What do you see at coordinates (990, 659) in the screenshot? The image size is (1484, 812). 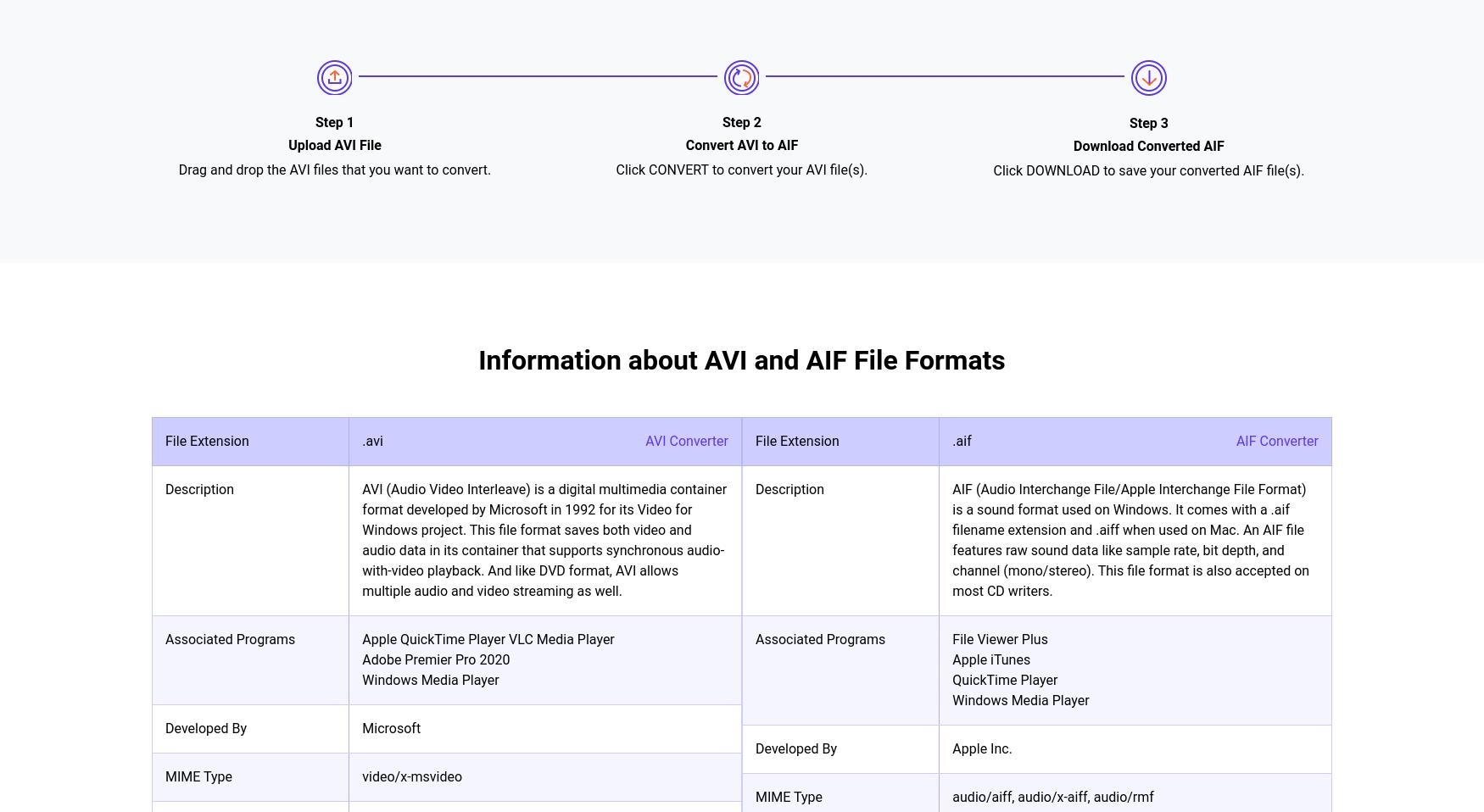 I see `'Apple iTunes'` at bounding box center [990, 659].